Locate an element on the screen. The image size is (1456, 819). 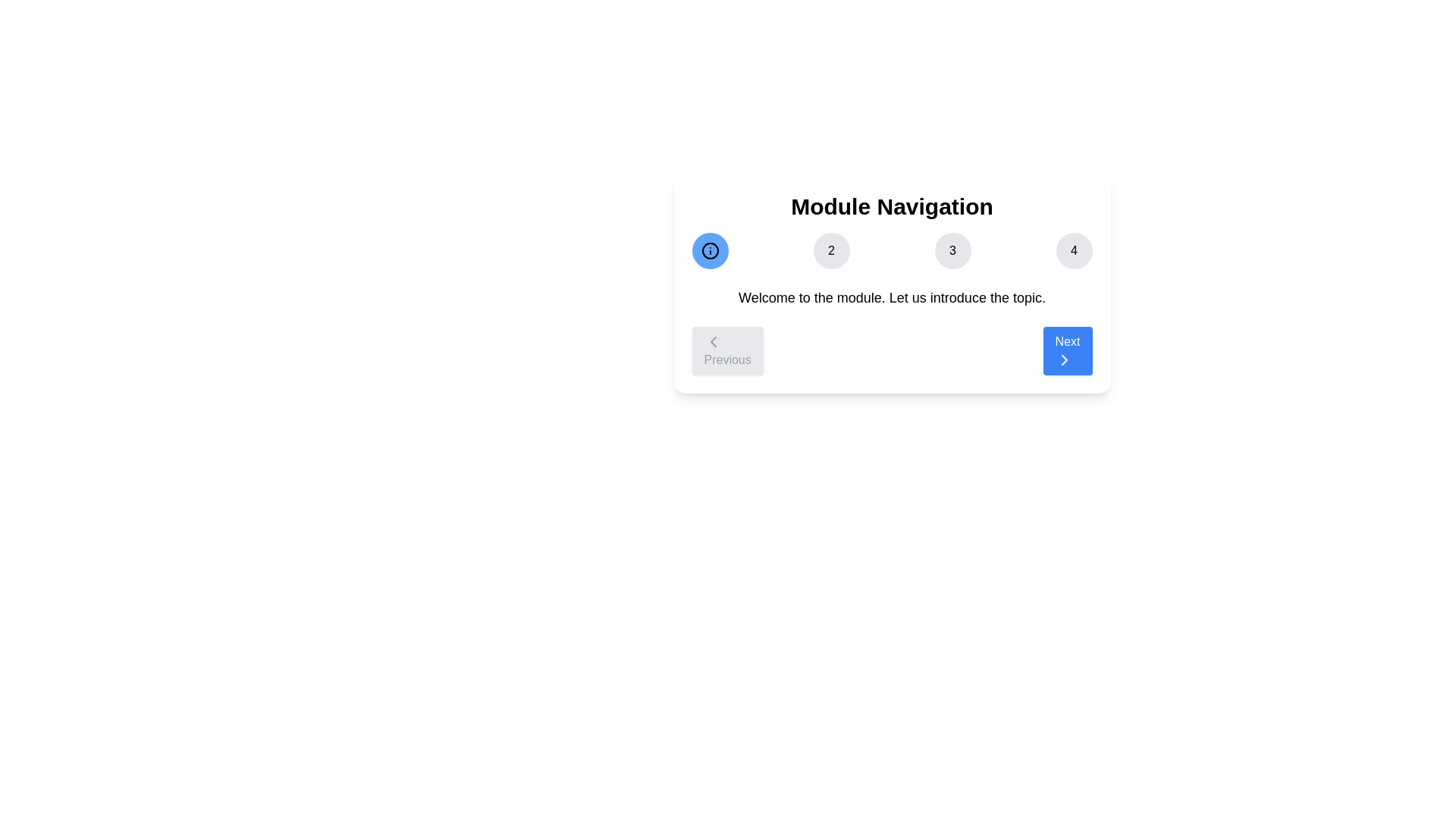
the description text of the current step is located at coordinates (892, 298).